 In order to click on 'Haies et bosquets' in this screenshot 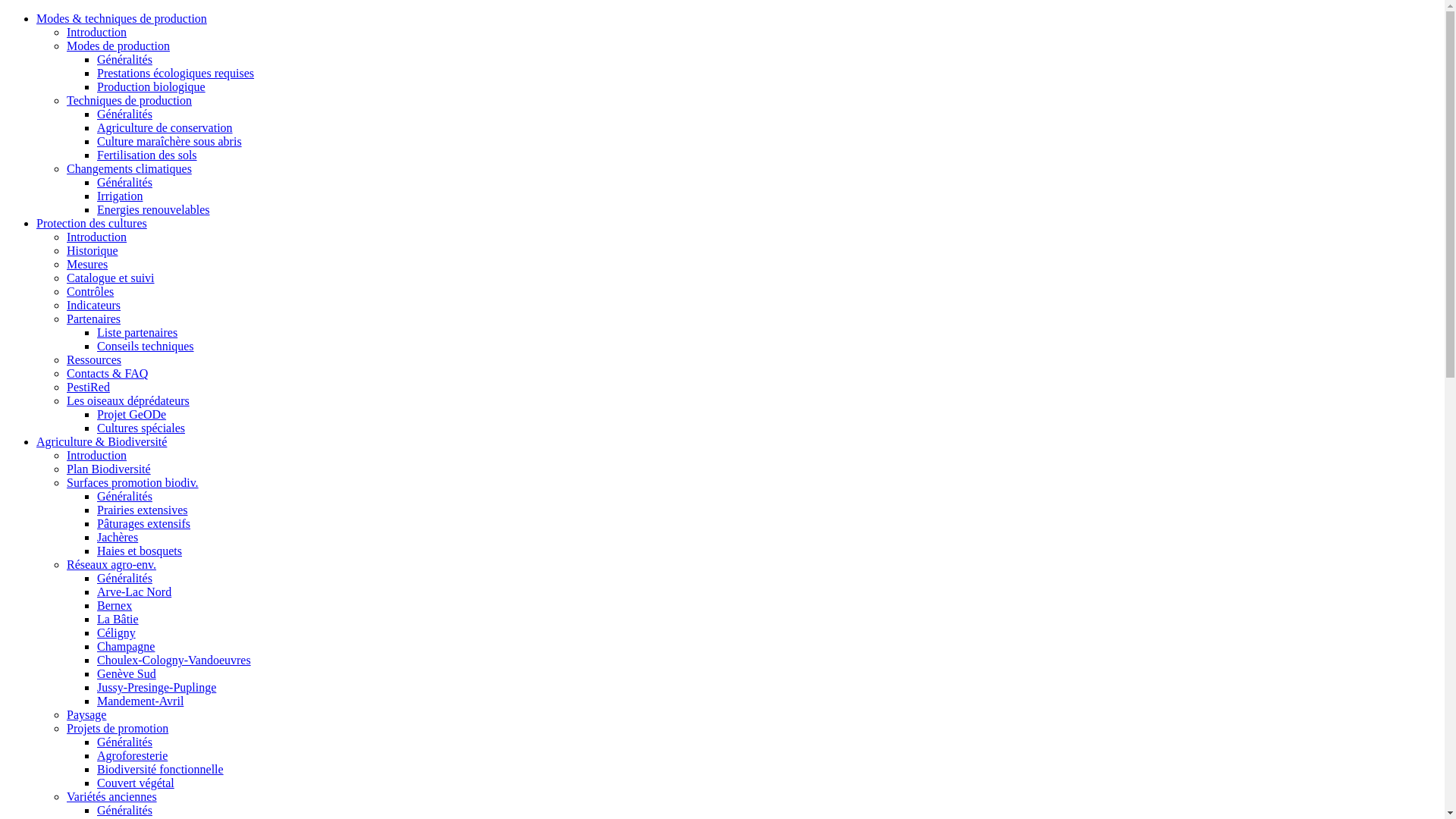, I will do `click(96, 551)`.